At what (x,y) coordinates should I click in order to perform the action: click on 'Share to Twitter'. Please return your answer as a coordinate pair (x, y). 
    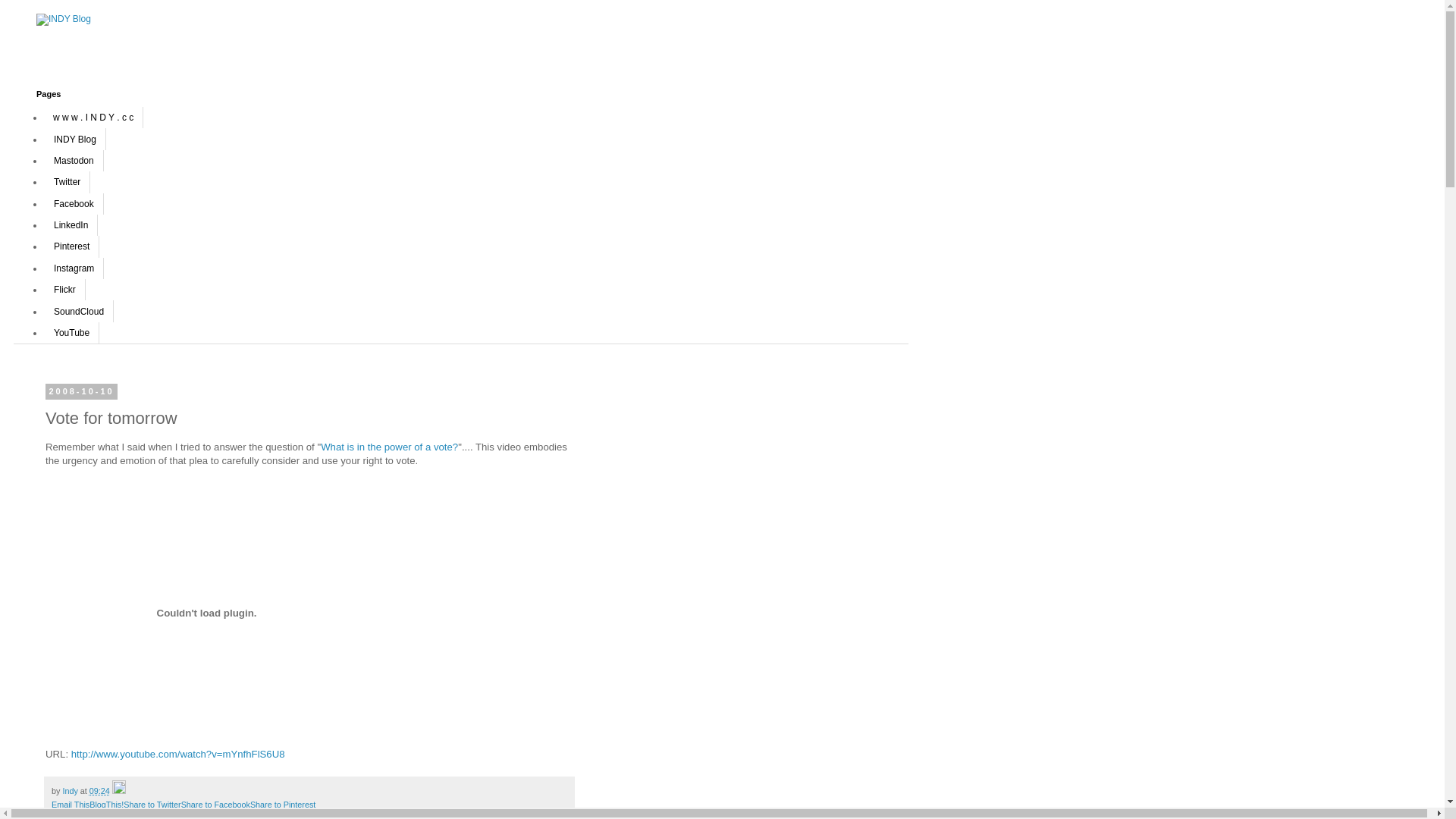
    Looking at the image, I should click on (152, 803).